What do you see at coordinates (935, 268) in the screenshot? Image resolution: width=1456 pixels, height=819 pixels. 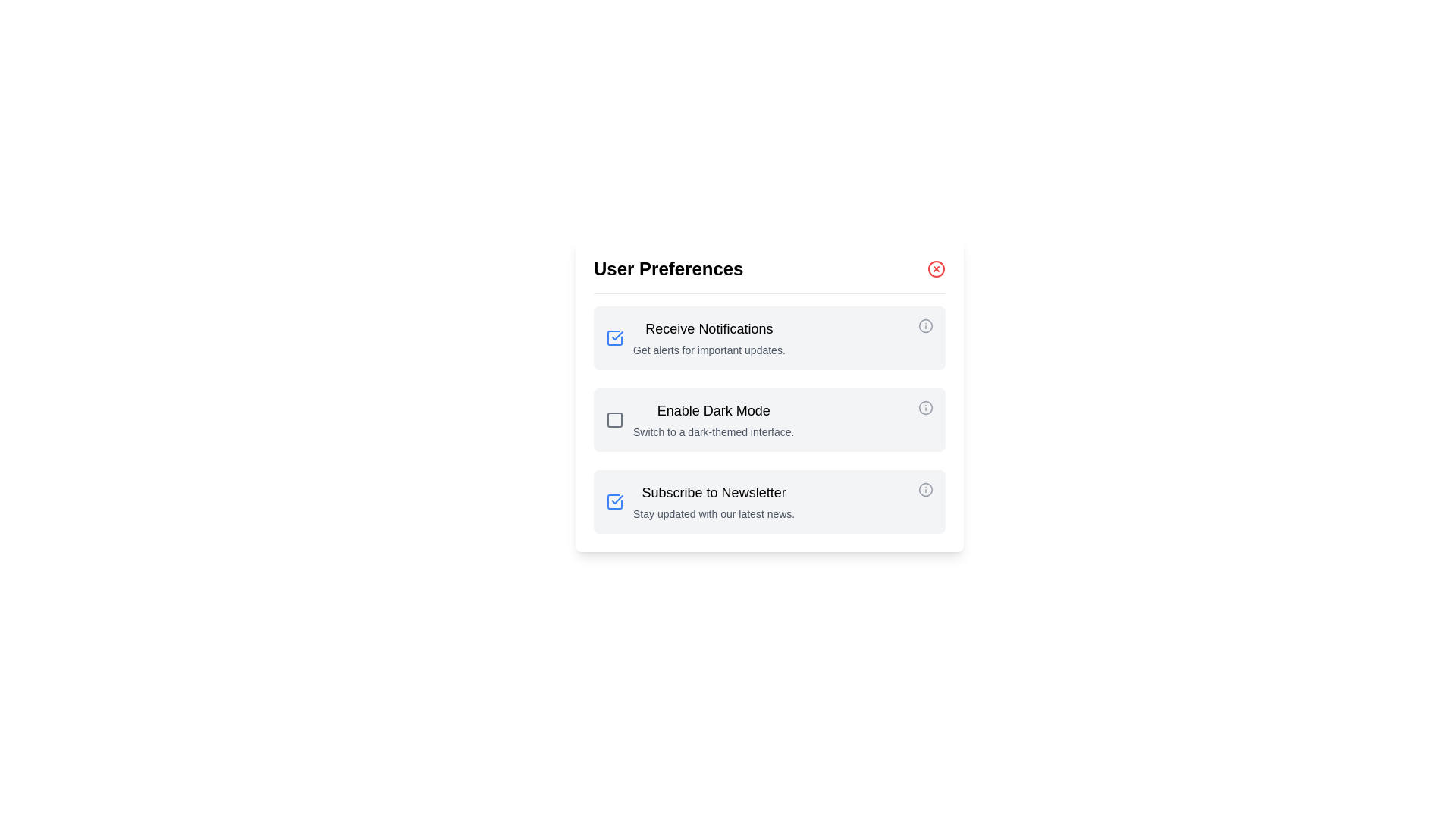 I see `the circular icon with a stylized 'X' located in the top-right corner of the 'User Preferences' card` at bounding box center [935, 268].